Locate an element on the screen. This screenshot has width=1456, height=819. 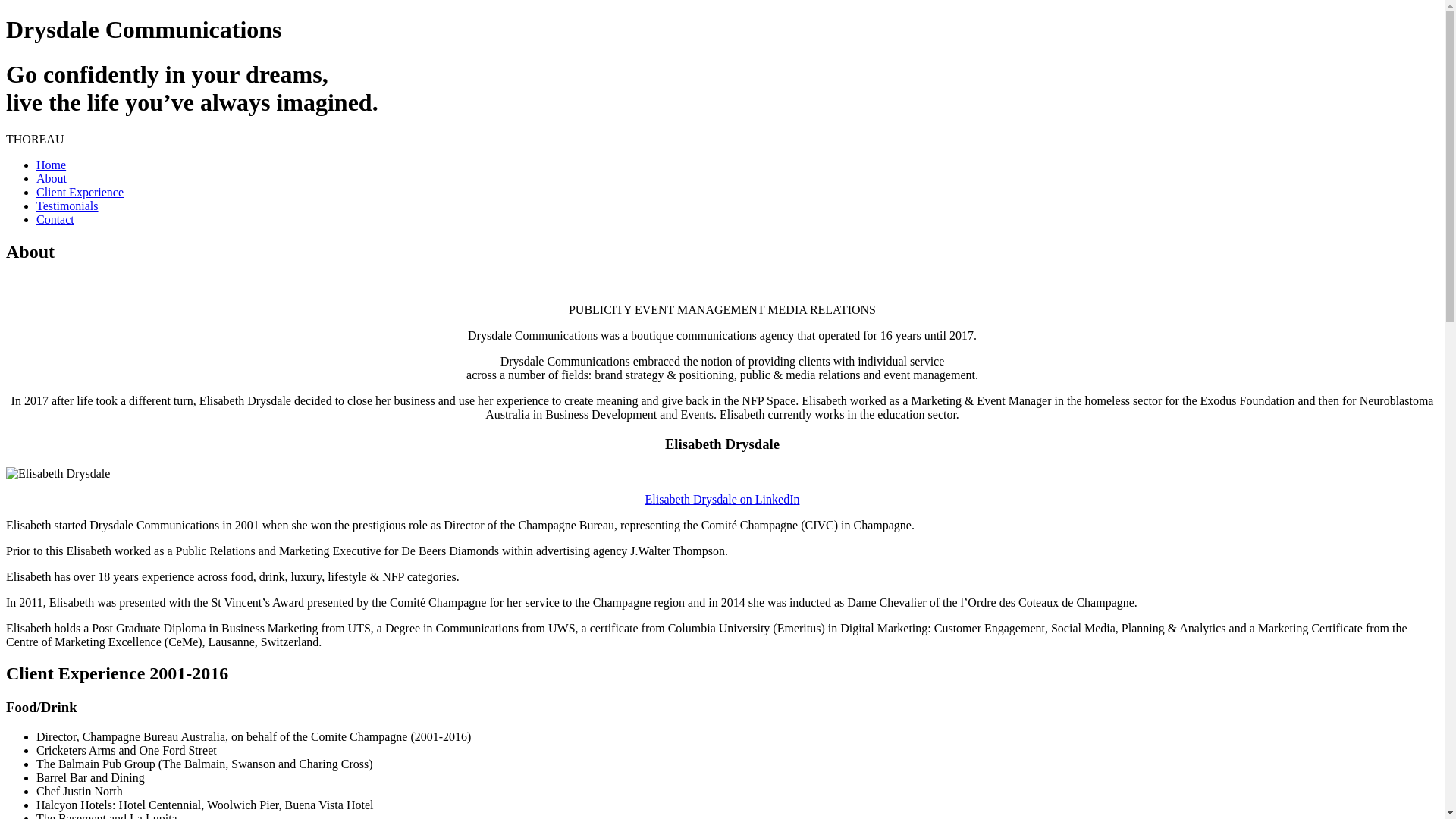
'Elisabeth Drysdale on LinkedIn' is located at coordinates (645, 499).